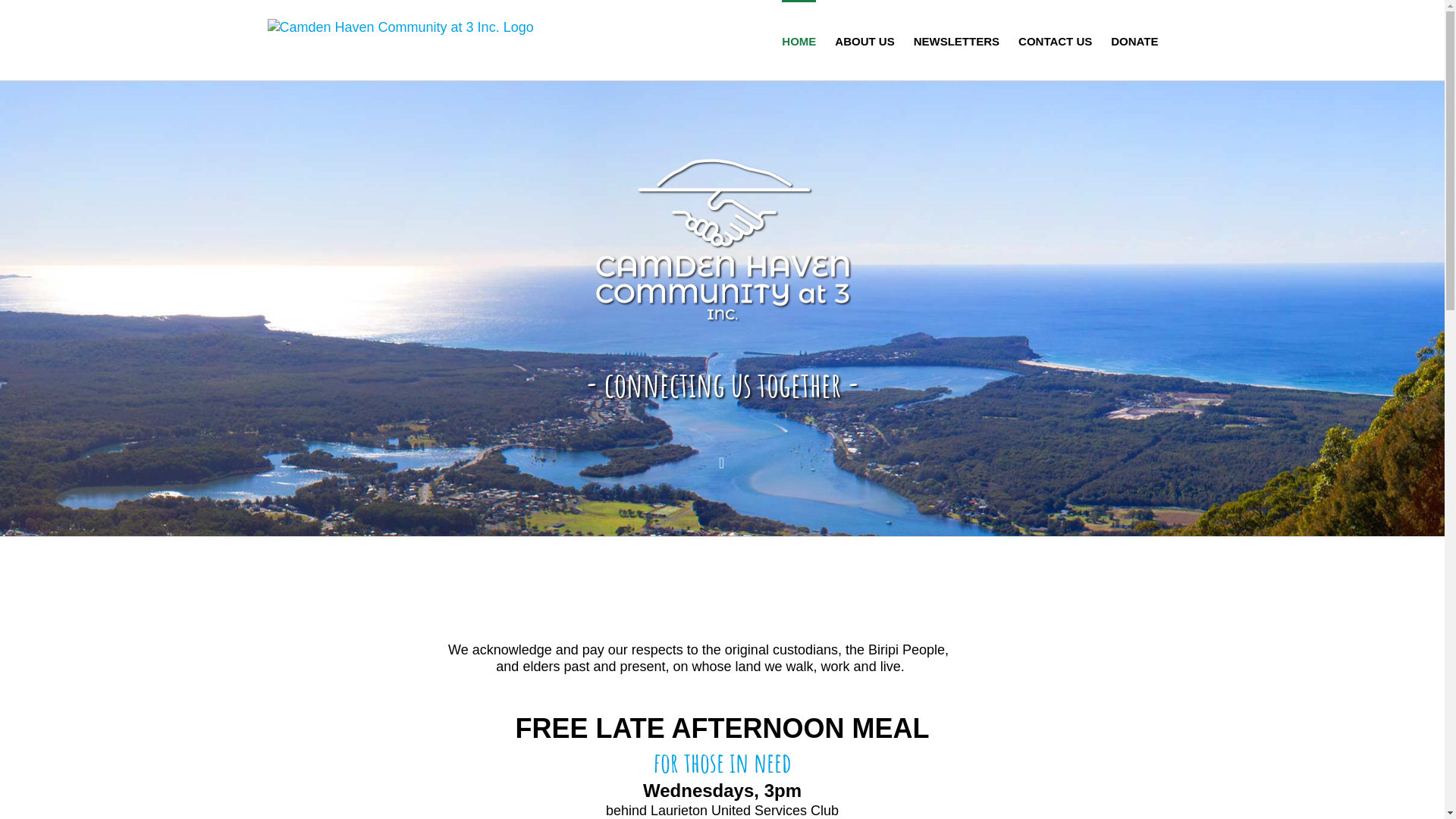 The height and width of the screenshot is (819, 1456). Describe the element at coordinates (864, 39) in the screenshot. I see `'ABOUT US'` at that location.